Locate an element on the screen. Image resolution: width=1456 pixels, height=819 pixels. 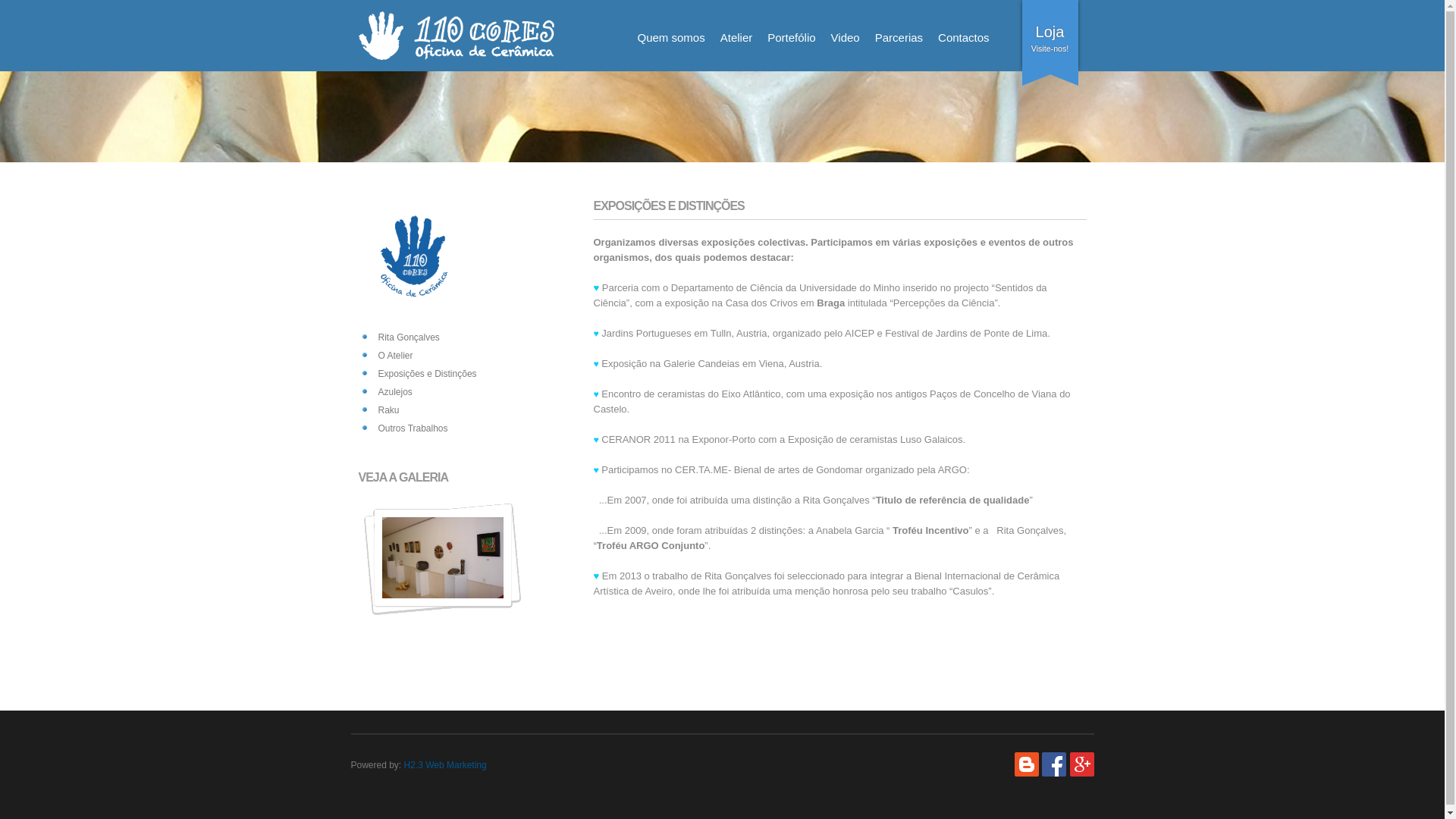
'Facebook' is located at coordinates (1040, 764).